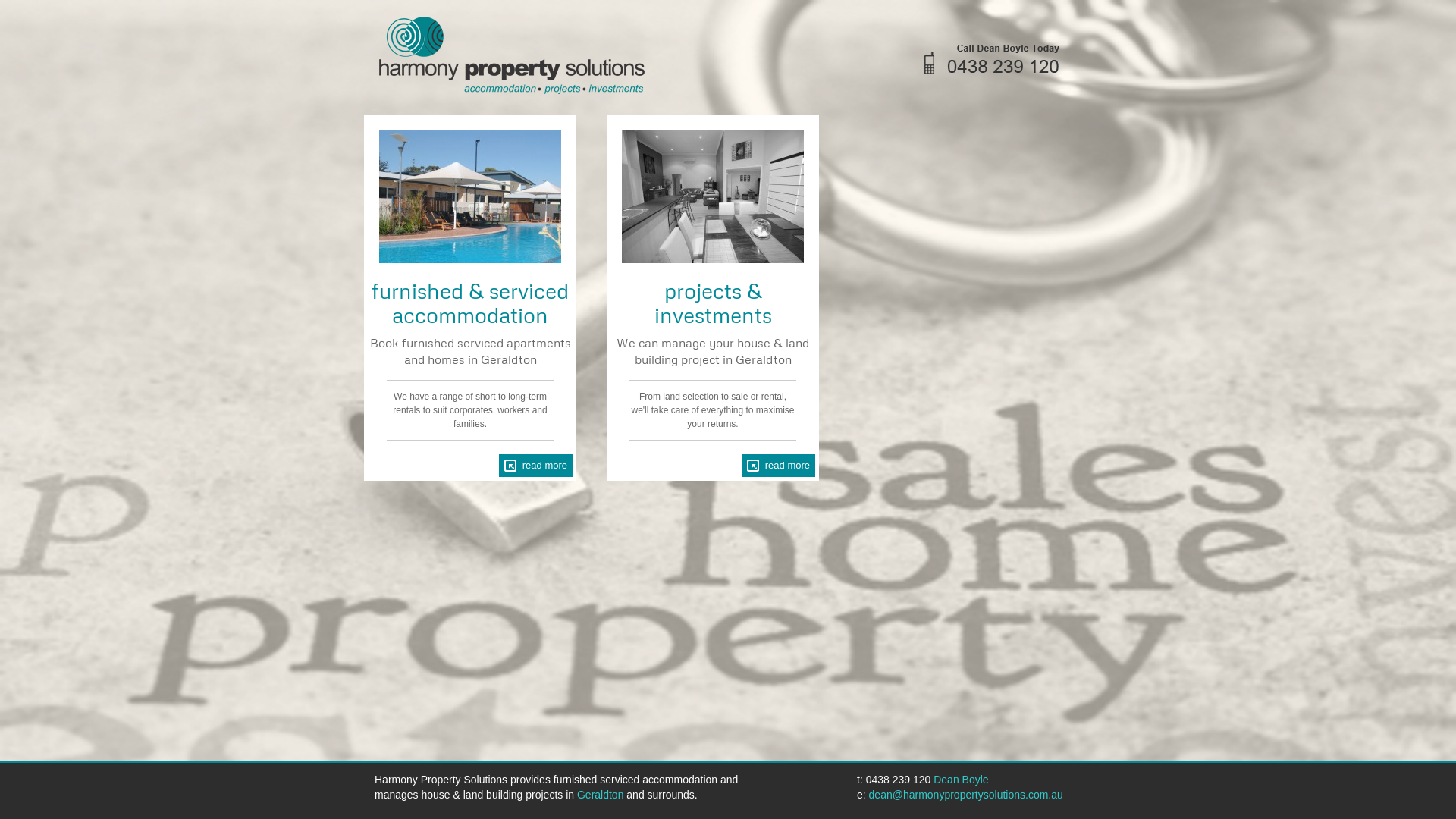 This screenshot has width=1456, height=819. I want to click on 'Dean Boyle', so click(960, 780).